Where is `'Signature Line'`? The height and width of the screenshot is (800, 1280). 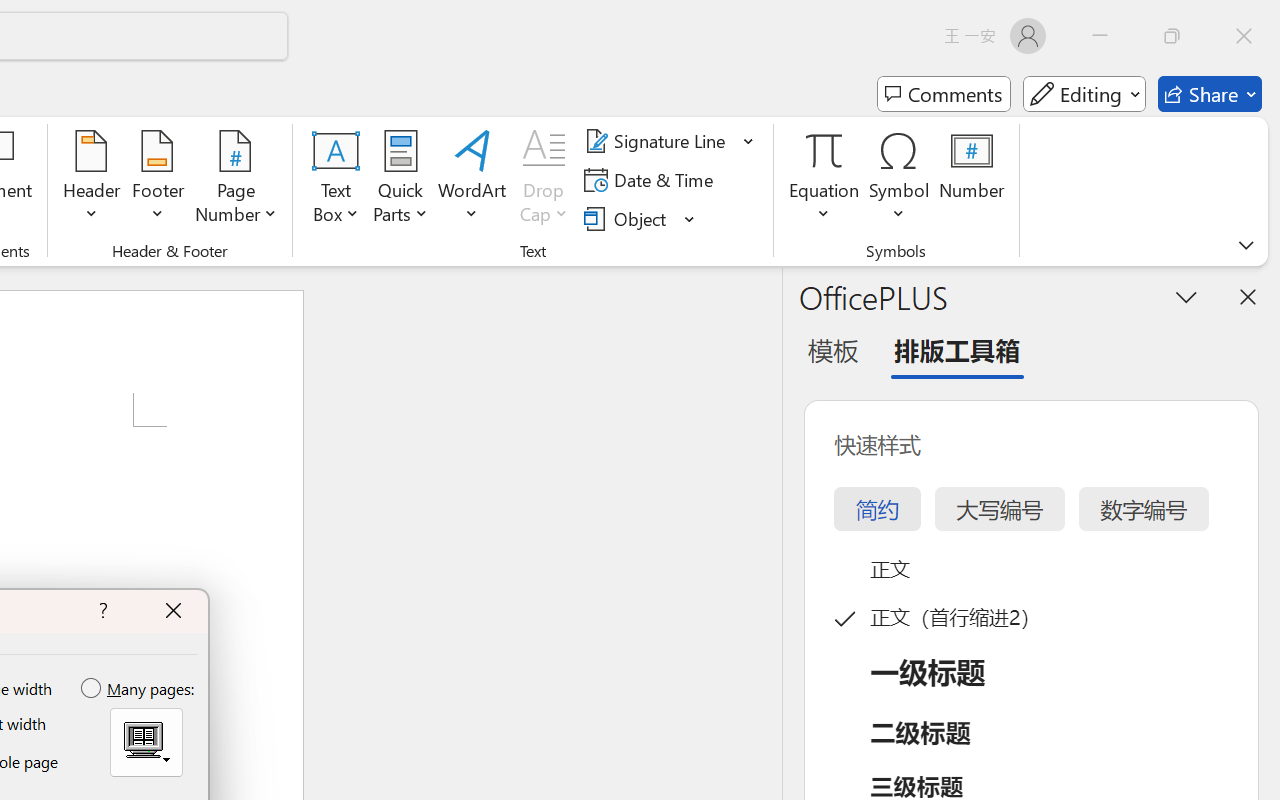
'Signature Line' is located at coordinates (658, 141).